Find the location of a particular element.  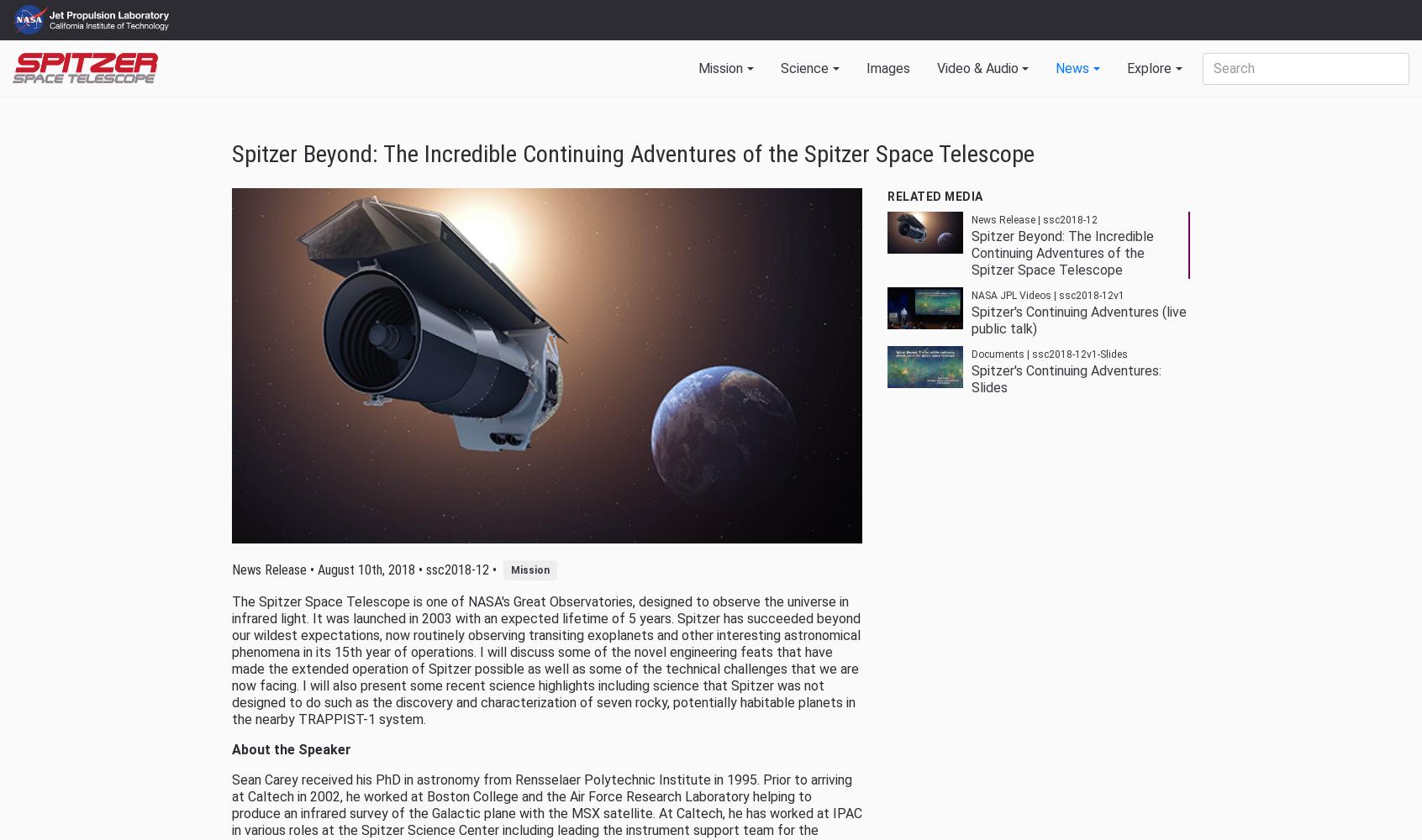

'Spitzer's Continuing Adventures: Slides' is located at coordinates (969, 378).